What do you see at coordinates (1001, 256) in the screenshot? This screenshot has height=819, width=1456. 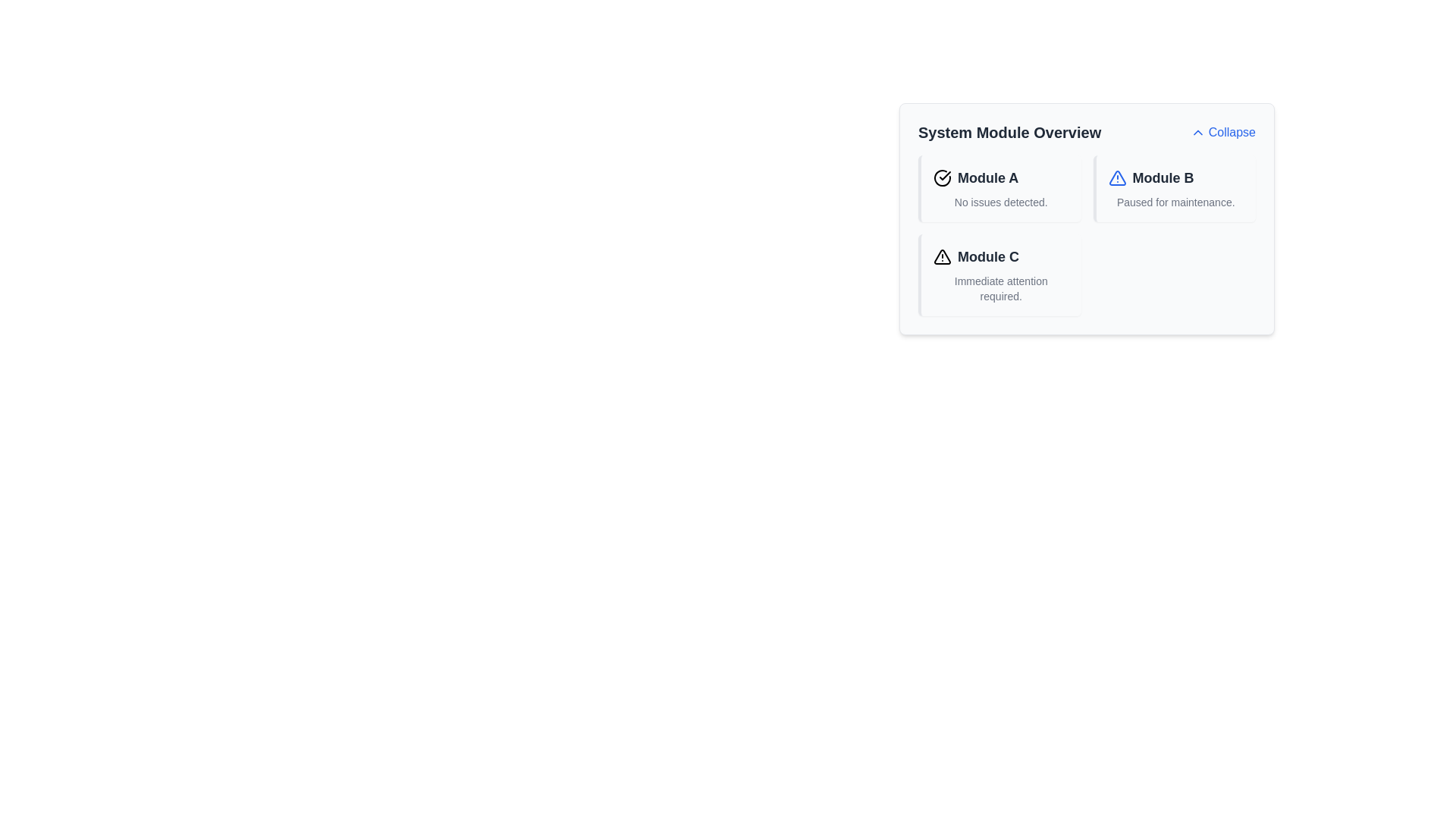 I see `the 'Module C' label, which is styled in bold dark gray and located next to a red triangular alert icon within the card panel` at bounding box center [1001, 256].